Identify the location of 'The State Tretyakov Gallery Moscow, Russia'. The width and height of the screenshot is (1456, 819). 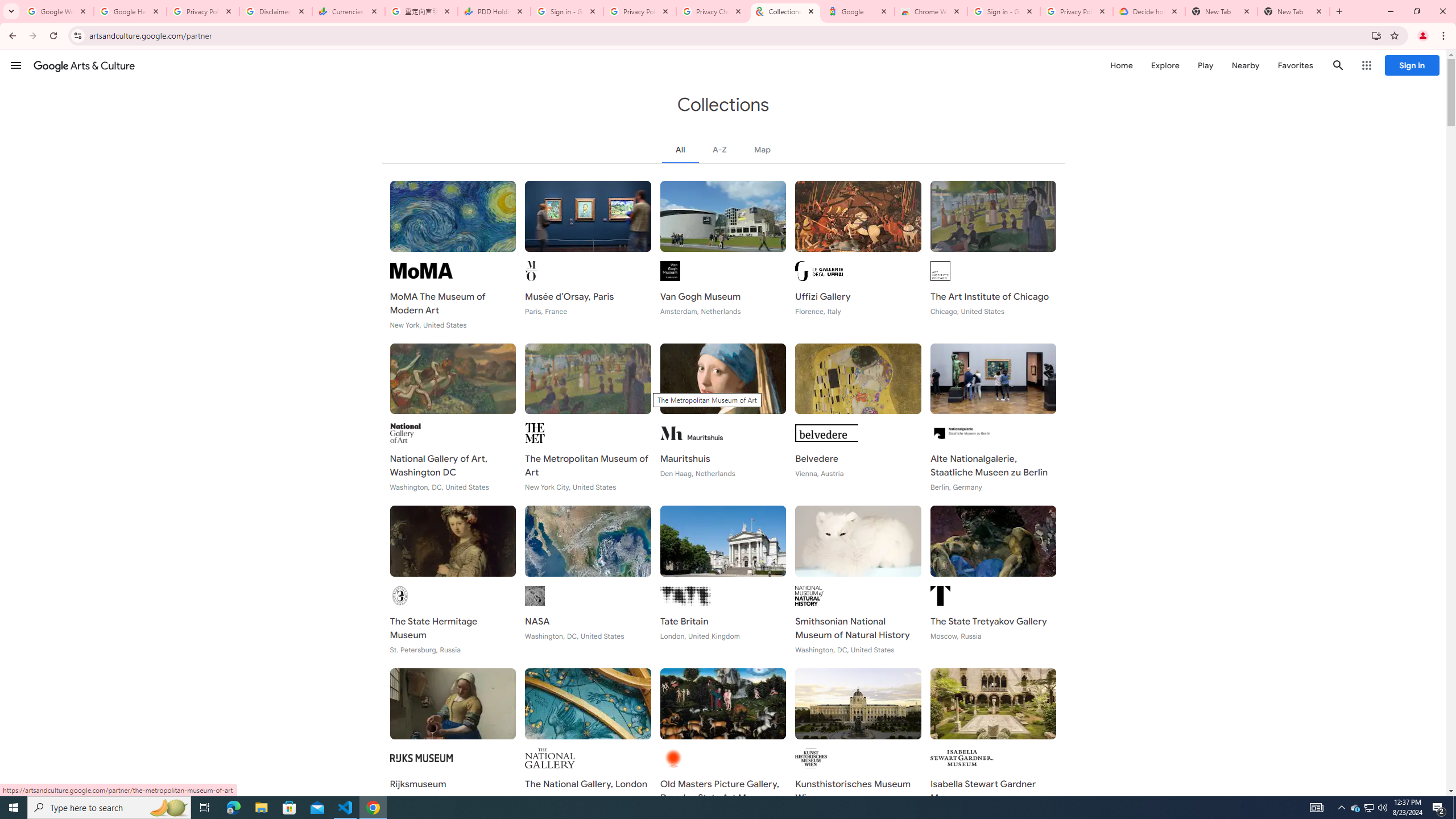
(993, 579).